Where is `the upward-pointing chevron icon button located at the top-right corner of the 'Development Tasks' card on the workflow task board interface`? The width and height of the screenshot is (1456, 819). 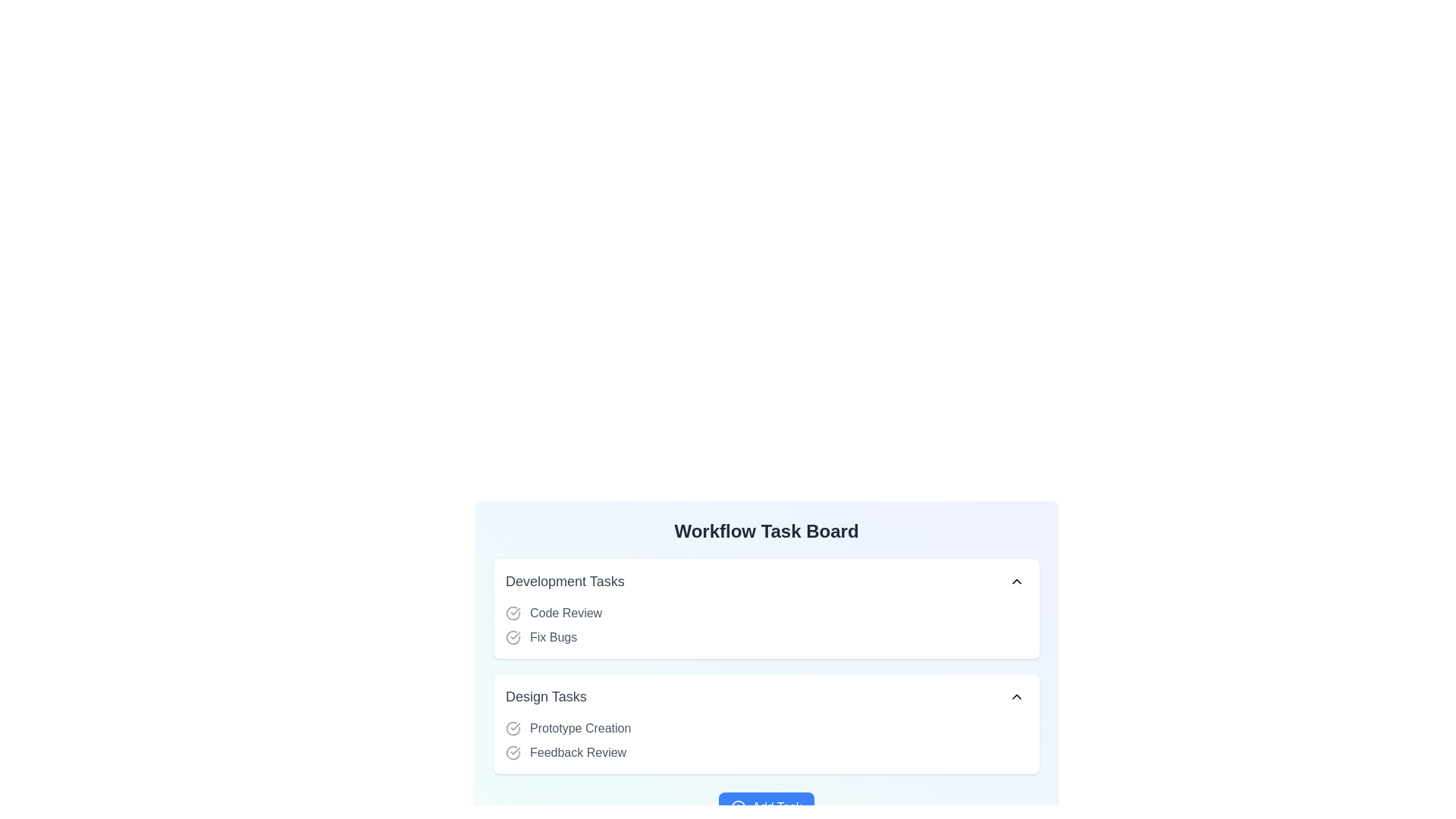 the upward-pointing chevron icon button located at the top-right corner of the 'Development Tasks' card on the workflow task board interface is located at coordinates (1016, 581).